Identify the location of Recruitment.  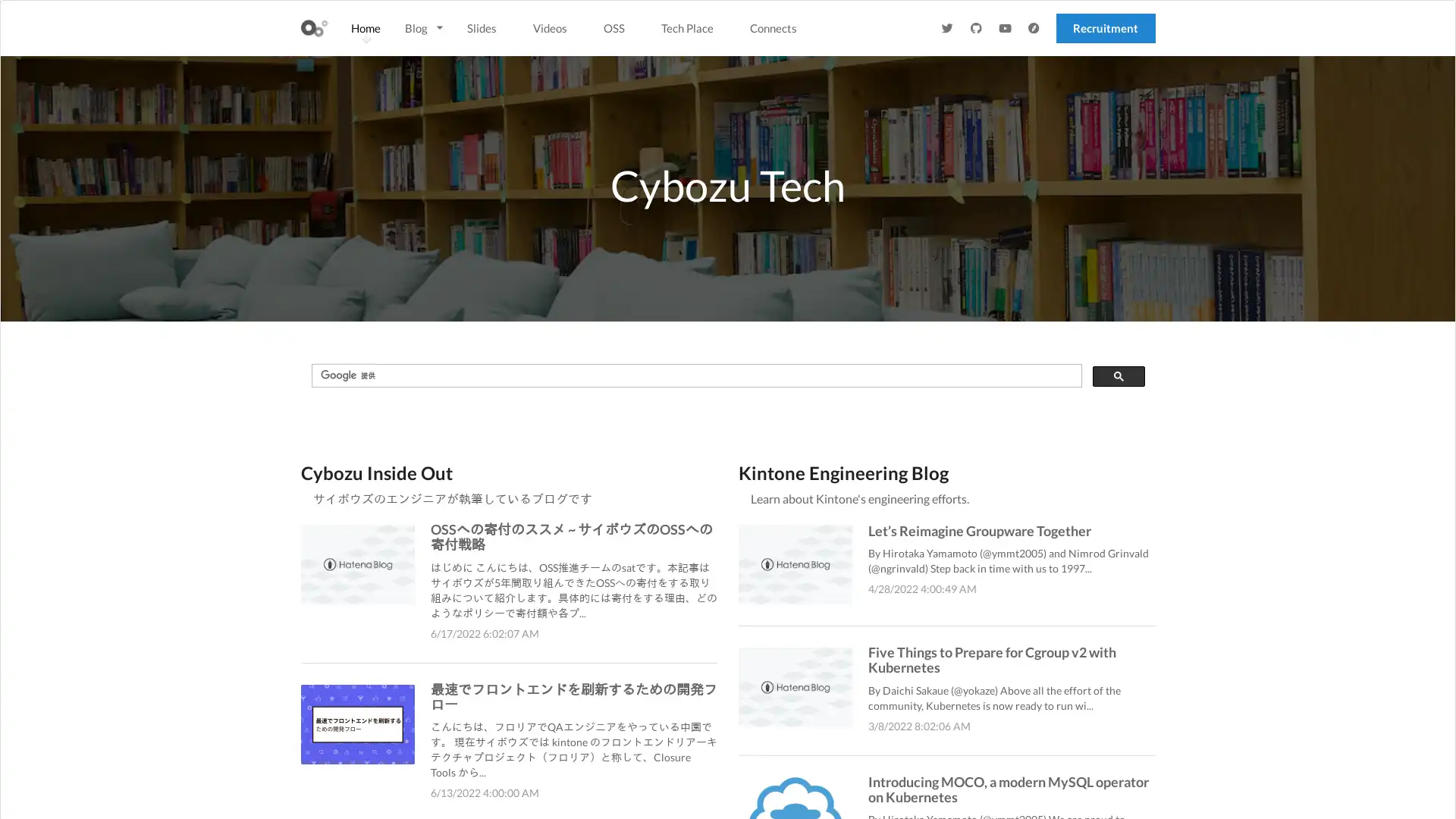
(1105, 28).